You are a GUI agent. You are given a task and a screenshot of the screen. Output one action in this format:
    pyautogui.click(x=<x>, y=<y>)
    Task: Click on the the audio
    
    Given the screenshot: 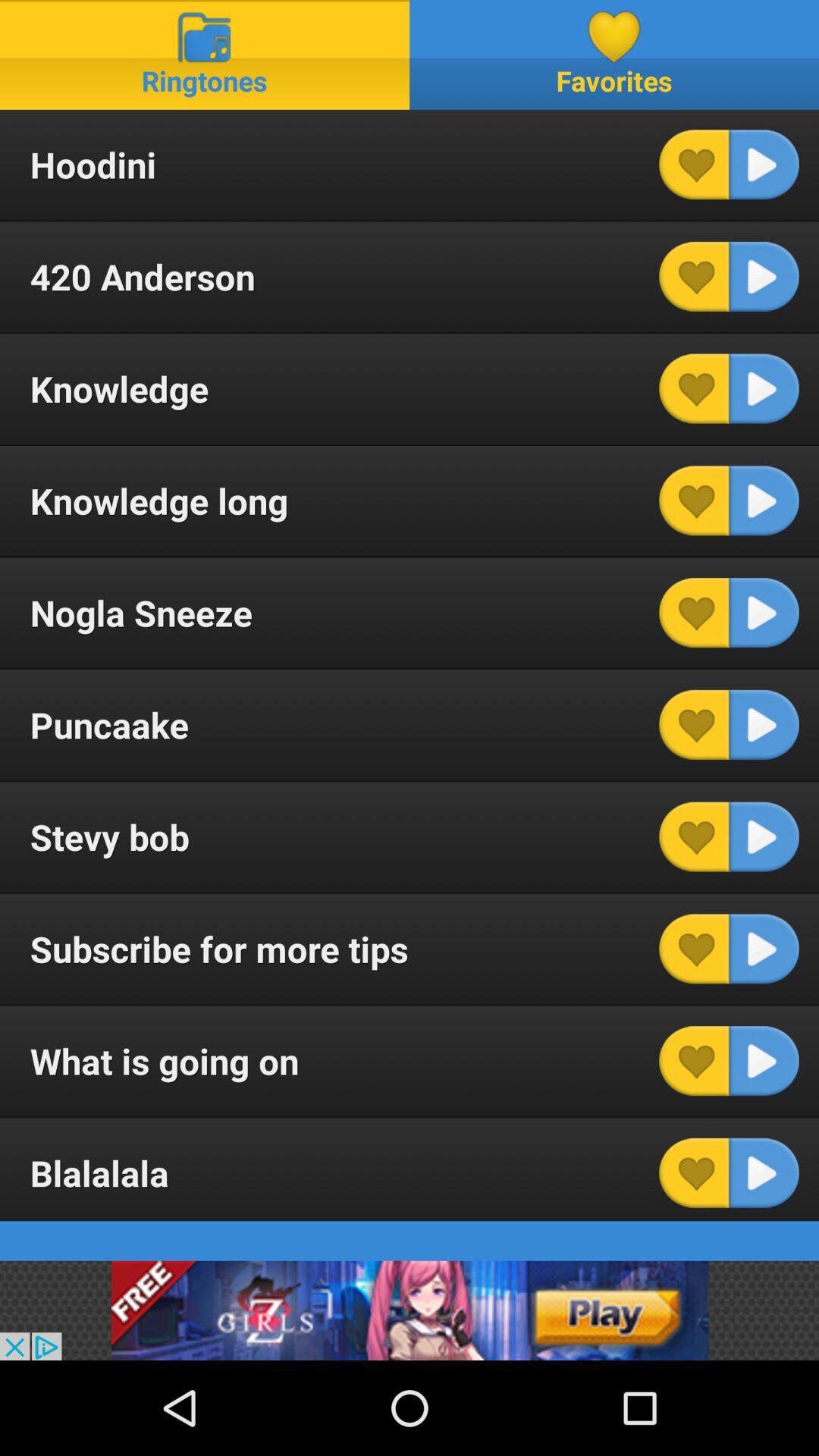 What is the action you would take?
    pyautogui.click(x=764, y=948)
    